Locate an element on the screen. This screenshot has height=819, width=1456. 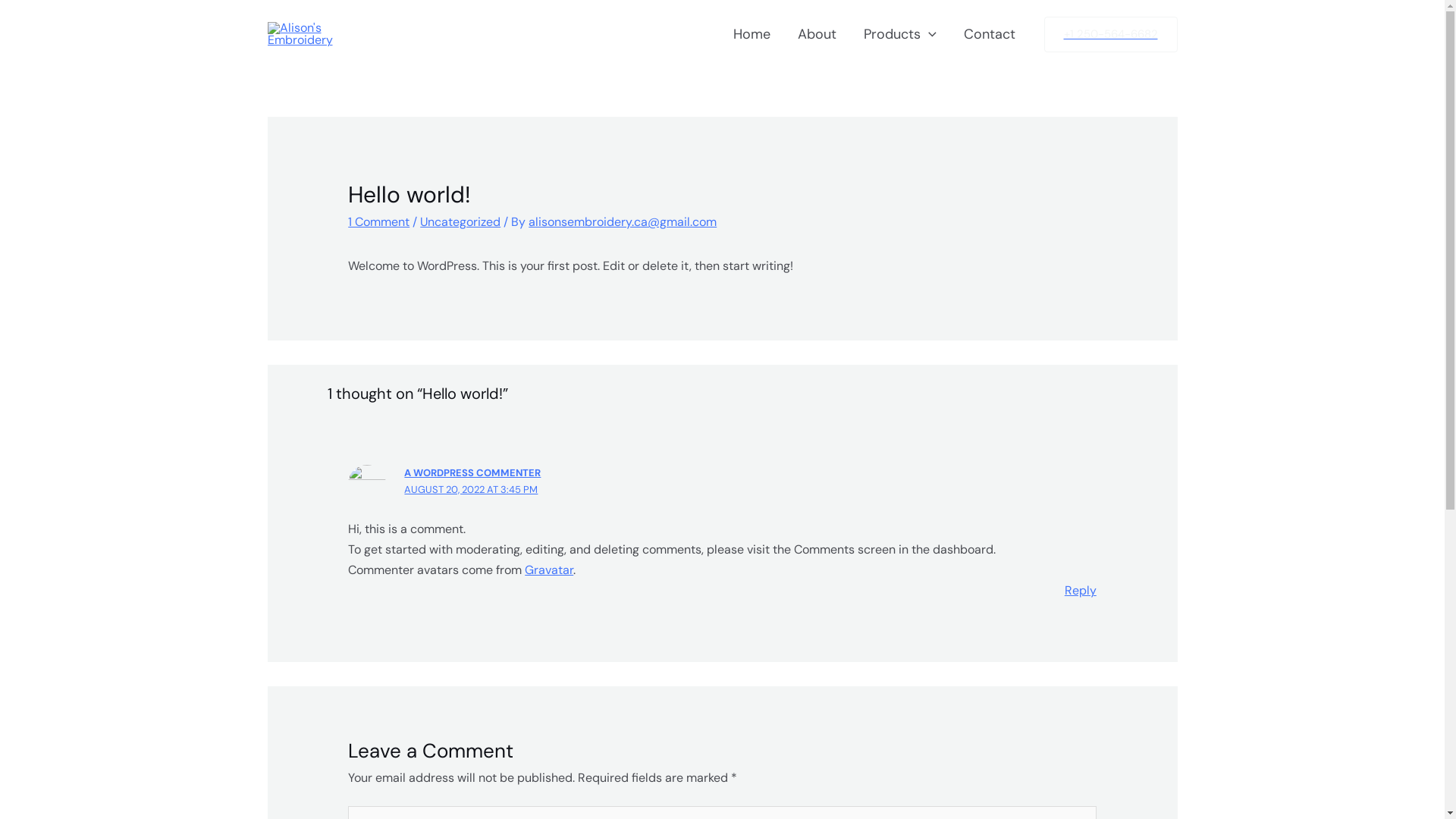
'Products' is located at coordinates (899, 34).